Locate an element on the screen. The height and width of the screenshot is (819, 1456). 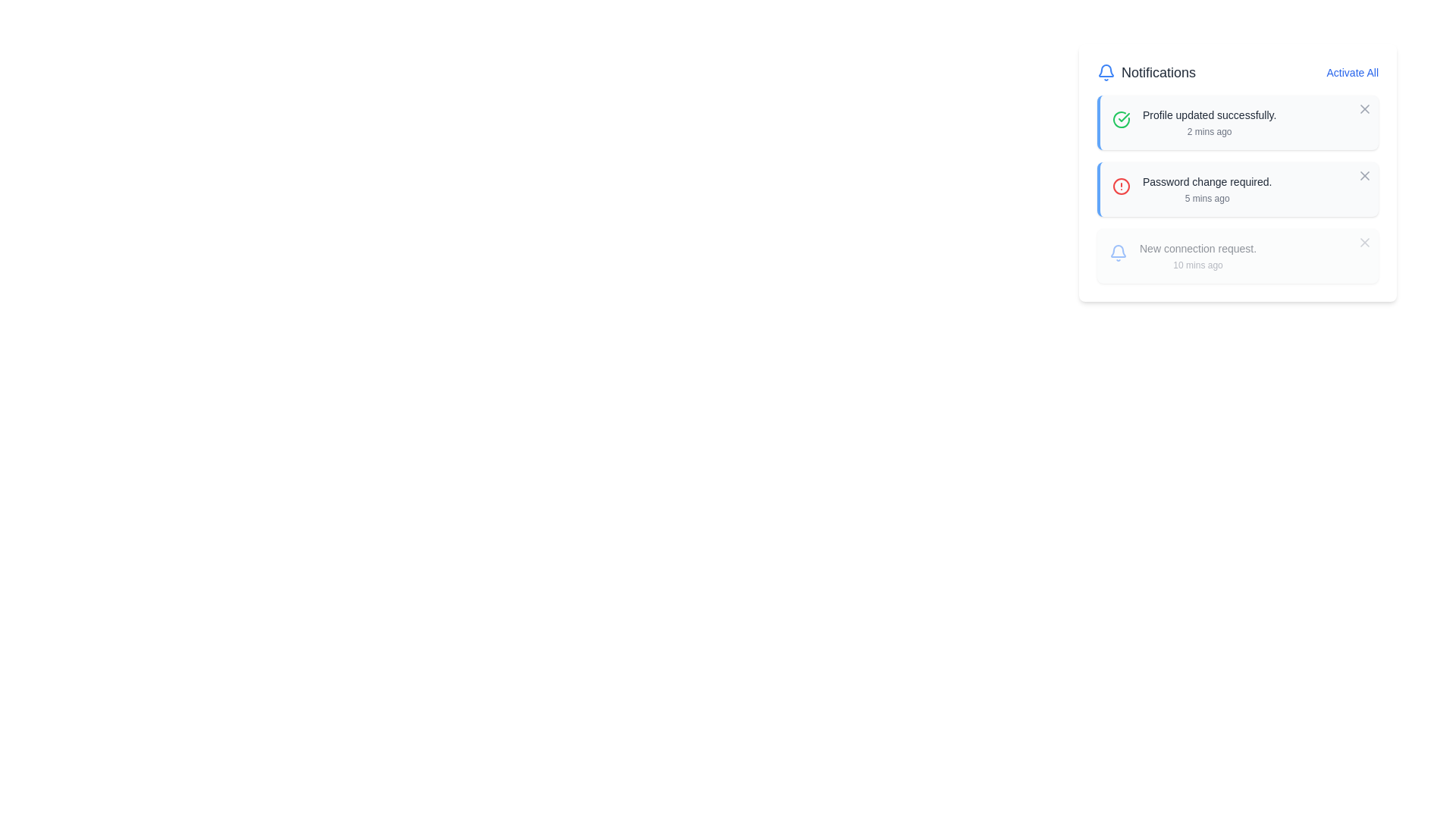
the 'Notifications' text label, which is styled in bold dark gray font and preceded by a blue bell icon, located at the top-left corner of the notification panel is located at coordinates (1147, 73).